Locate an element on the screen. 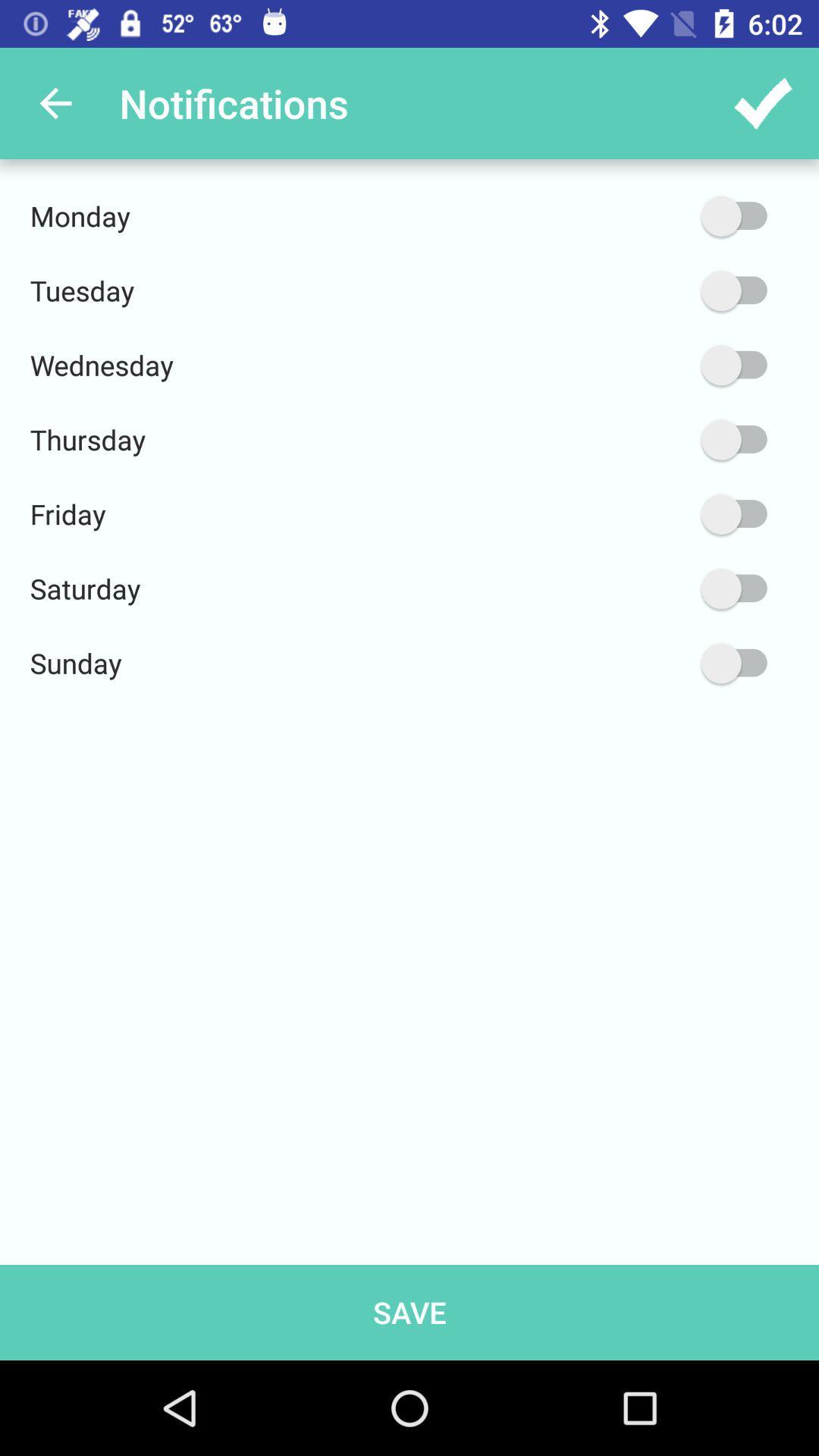 This screenshot has height=1456, width=819. turn on/off tuesday notifications is located at coordinates (661, 290).